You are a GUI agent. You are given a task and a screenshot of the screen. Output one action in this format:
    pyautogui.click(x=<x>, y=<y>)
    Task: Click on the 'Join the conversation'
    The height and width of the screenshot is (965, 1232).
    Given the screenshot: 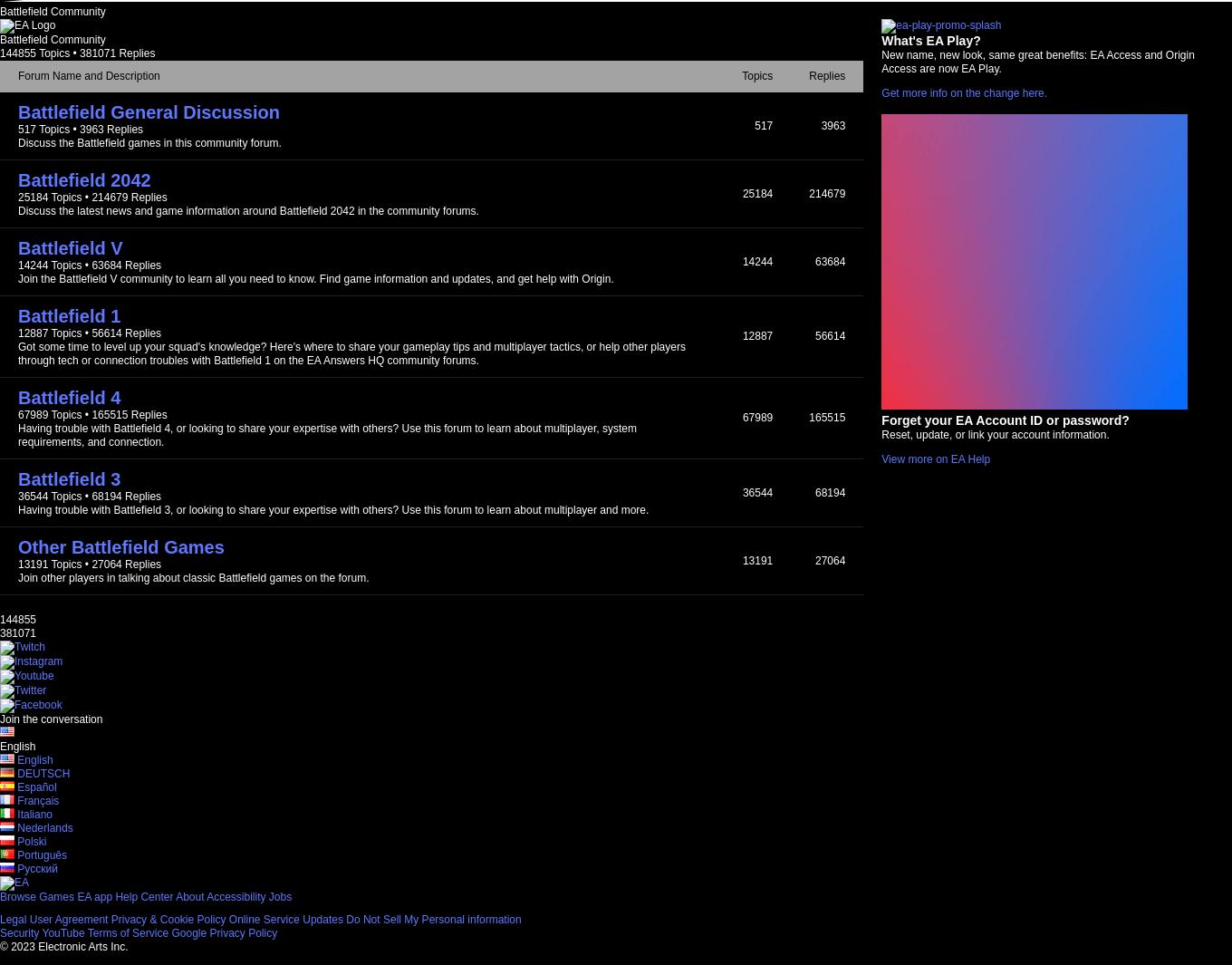 What is the action you would take?
    pyautogui.click(x=0, y=719)
    